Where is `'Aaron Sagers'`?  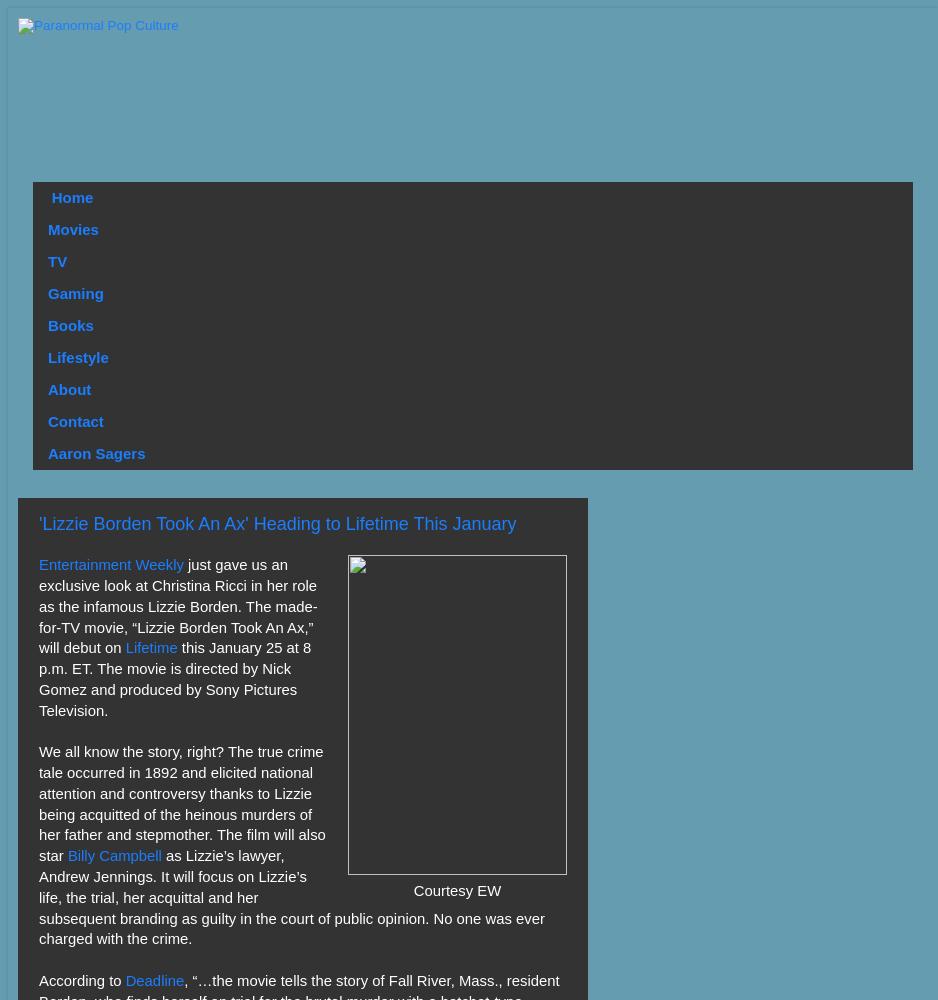
'Aaron Sagers' is located at coordinates (96, 452).